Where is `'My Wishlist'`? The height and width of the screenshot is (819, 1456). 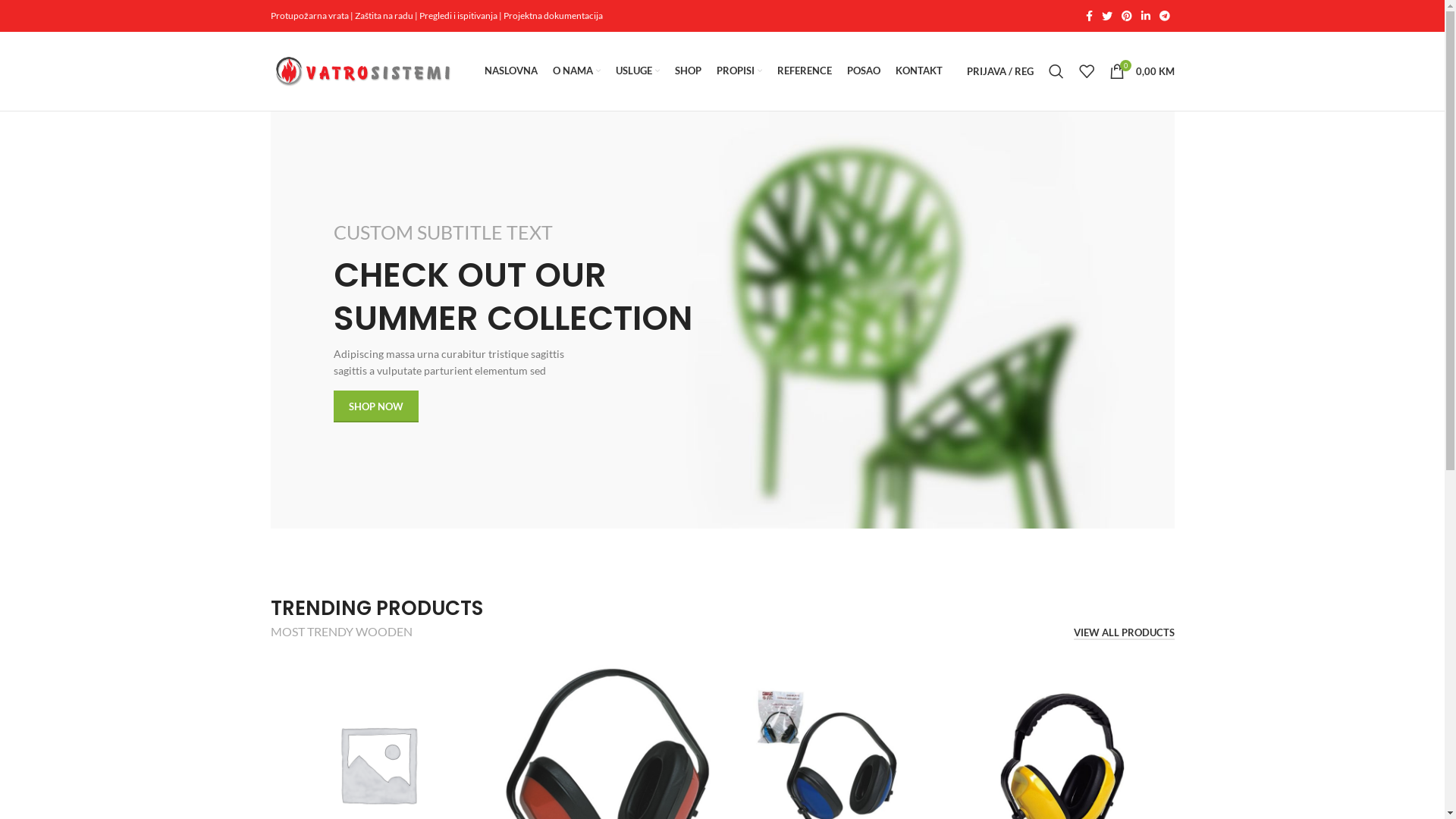 'My Wishlist' is located at coordinates (1069, 71).